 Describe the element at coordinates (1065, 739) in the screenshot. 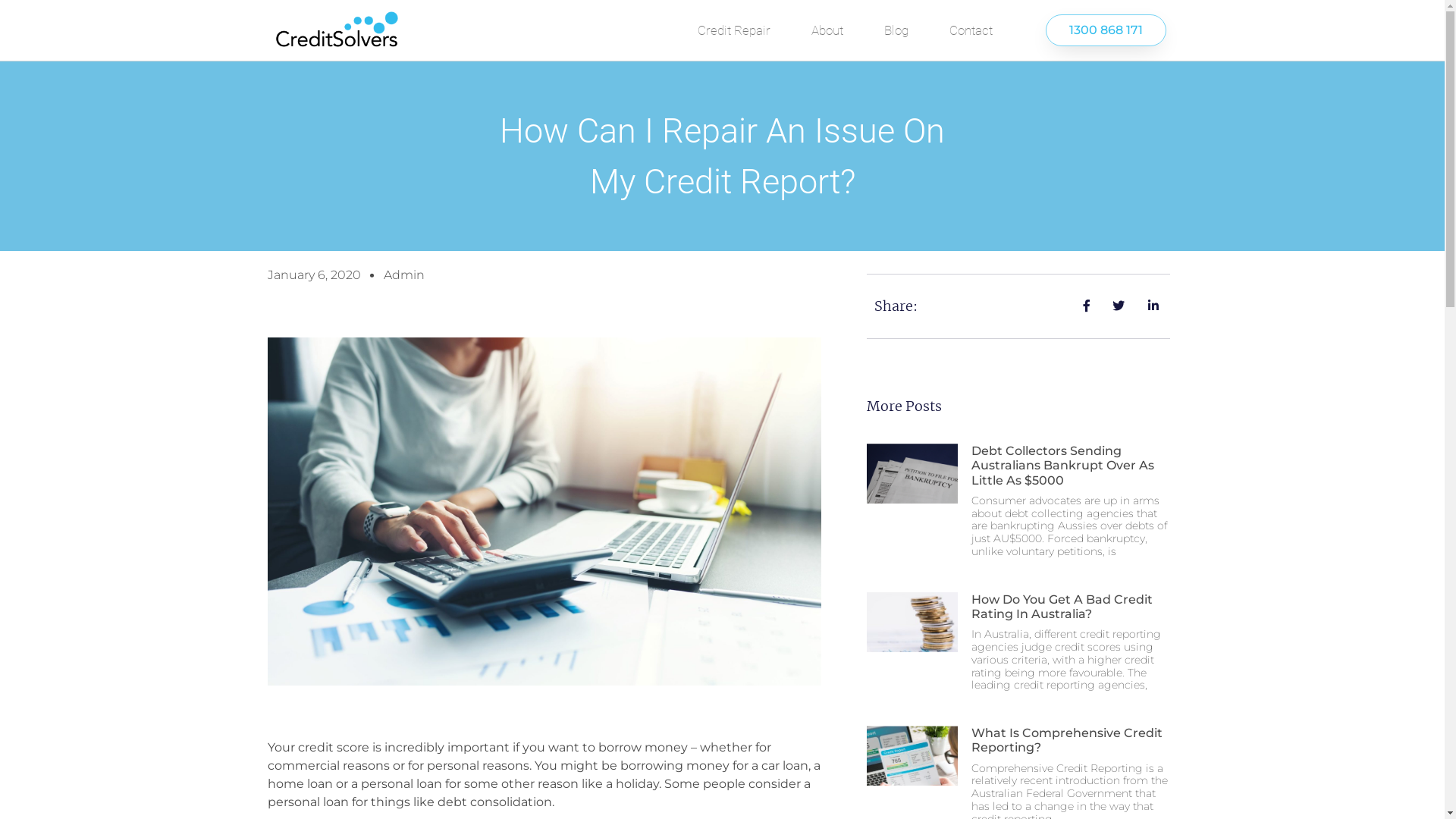

I see `'What Is Comprehensive Credit Reporting?'` at that location.